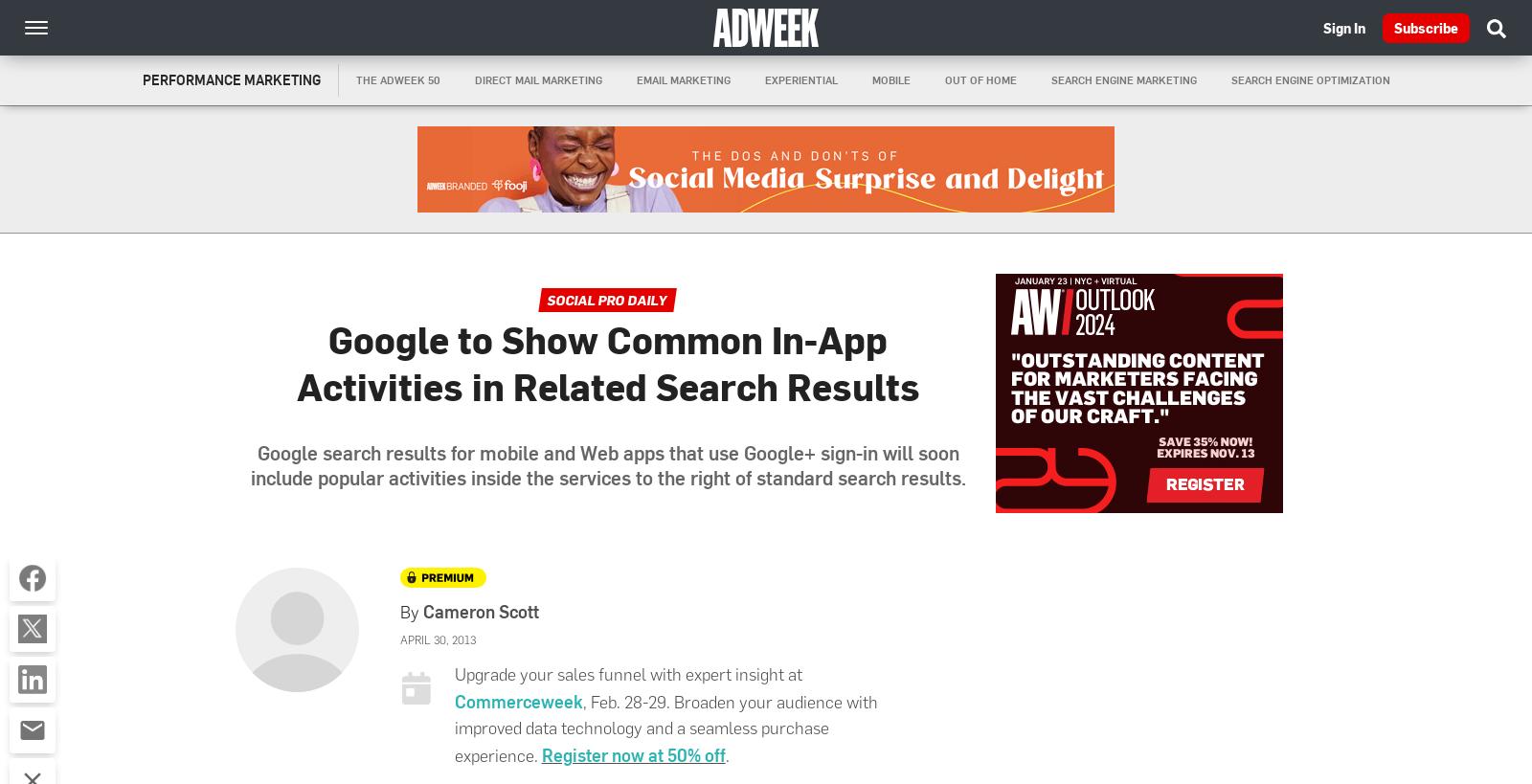 This screenshot has height=784, width=1532. Describe the element at coordinates (665, 728) in the screenshot. I see `', Feb. 28-29. Broaden your audience with improved data technology and a seamless purchase experience.'` at that location.